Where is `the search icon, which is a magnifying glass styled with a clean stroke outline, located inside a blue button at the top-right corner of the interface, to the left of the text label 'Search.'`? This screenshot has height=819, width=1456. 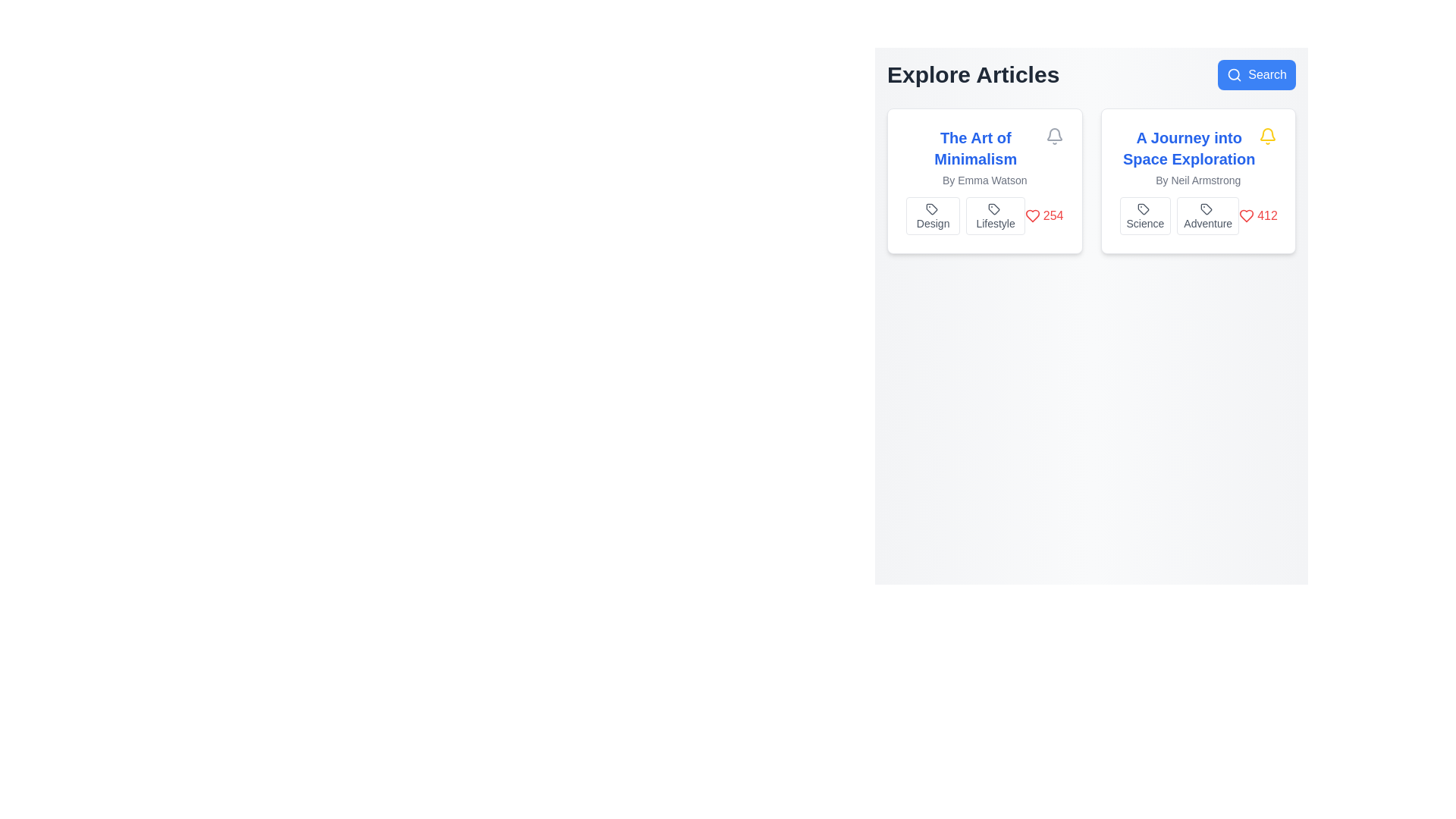 the search icon, which is a magnifying glass styled with a clean stroke outline, located inside a blue button at the top-right corner of the interface, to the left of the text label 'Search.' is located at coordinates (1235, 75).